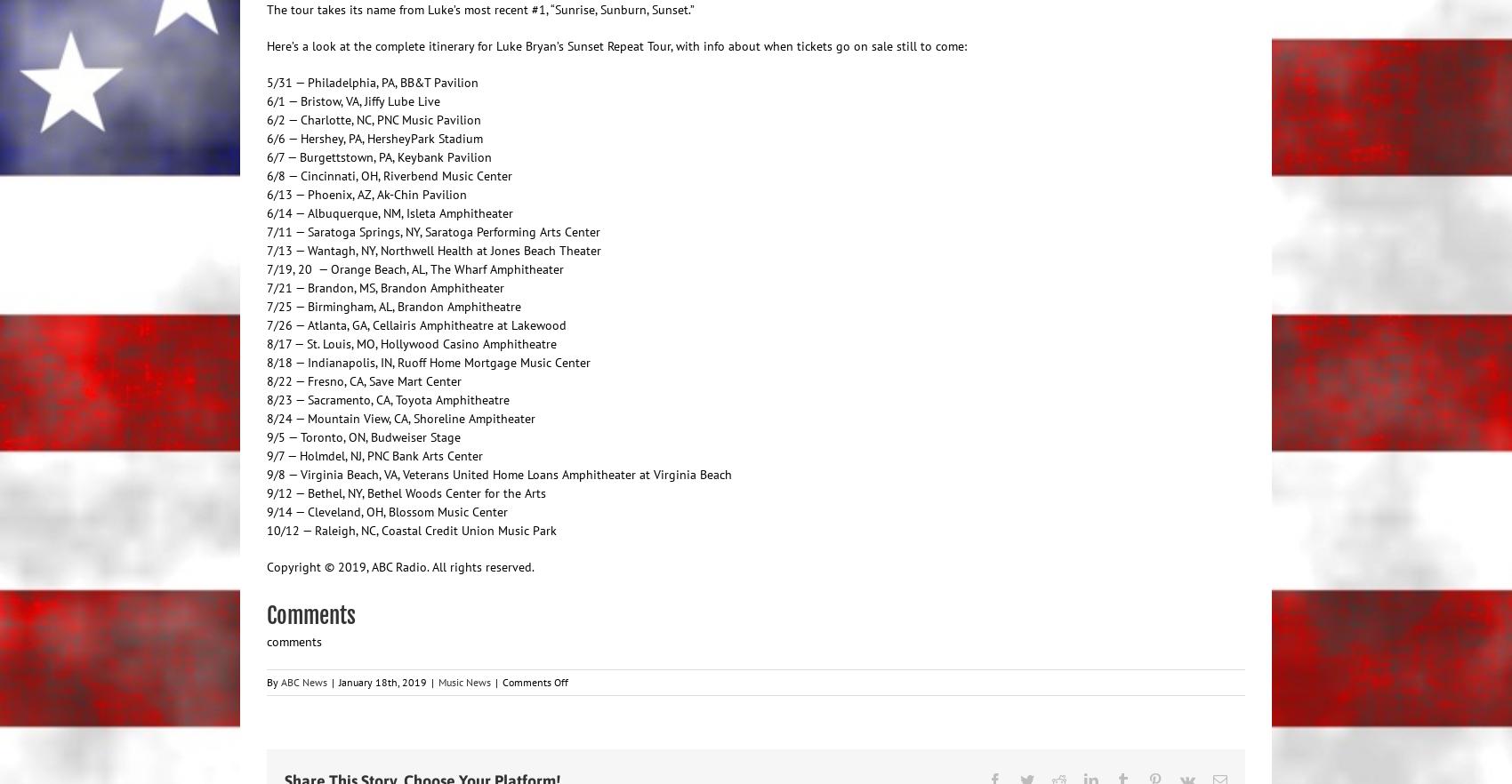  I want to click on 'By', so click(274, 681).